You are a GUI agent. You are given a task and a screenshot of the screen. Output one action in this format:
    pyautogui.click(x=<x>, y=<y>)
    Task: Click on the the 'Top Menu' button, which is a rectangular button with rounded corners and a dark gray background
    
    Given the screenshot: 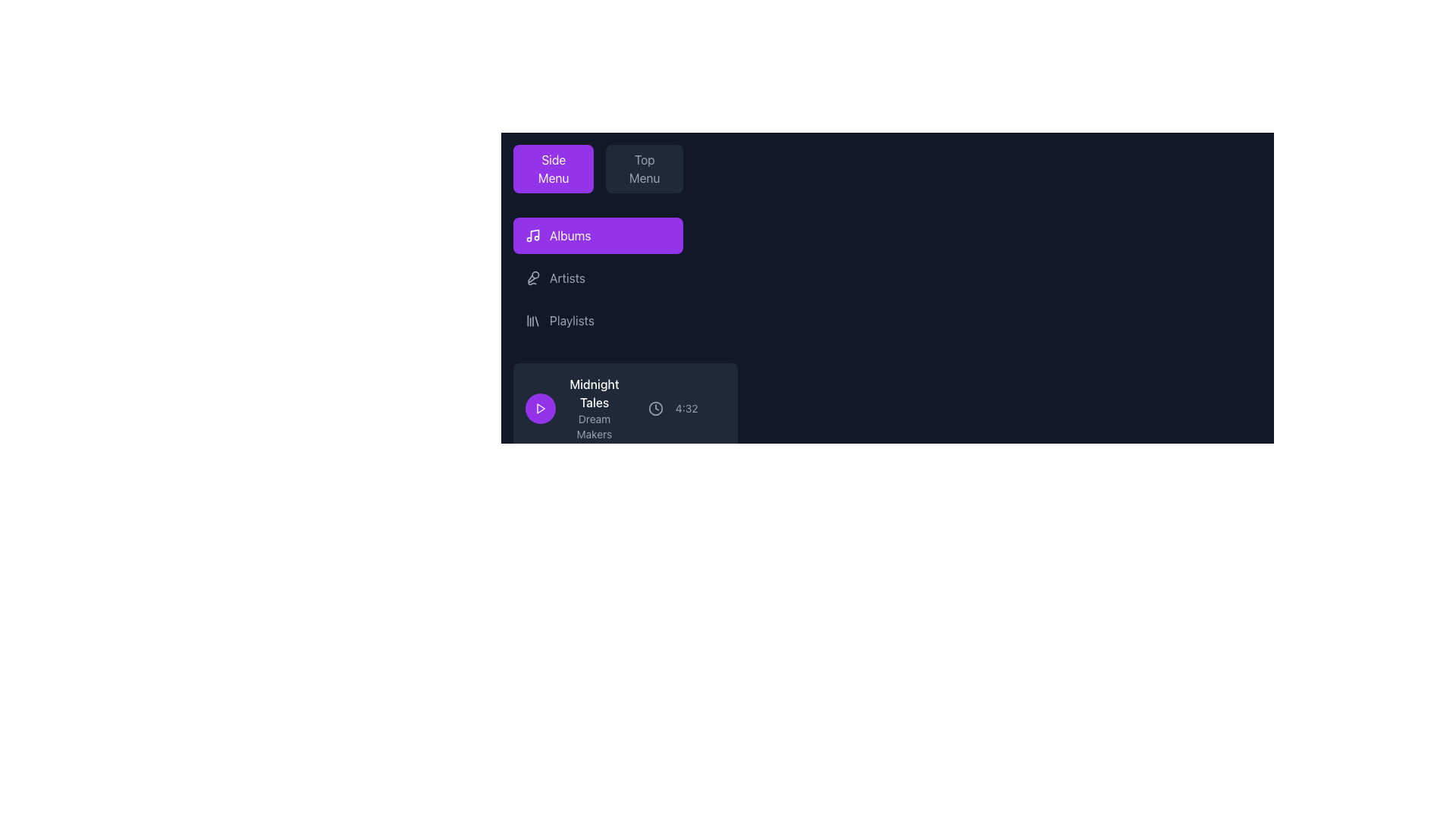 What is the action you would take?
    pyautogui.click(x=644, y=169)
    